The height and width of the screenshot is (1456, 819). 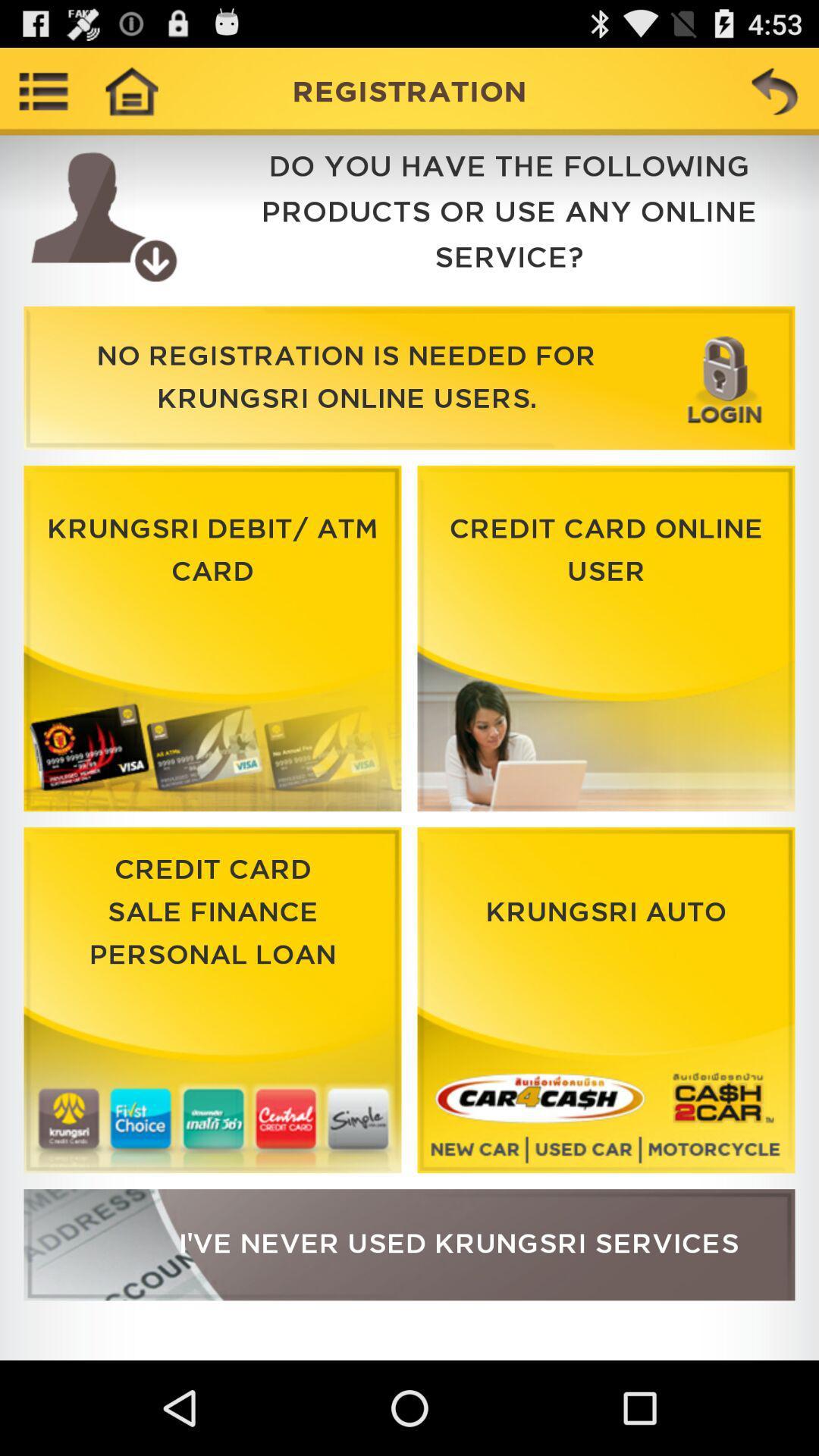 I want to click on more options, so click(x=42, y=90).